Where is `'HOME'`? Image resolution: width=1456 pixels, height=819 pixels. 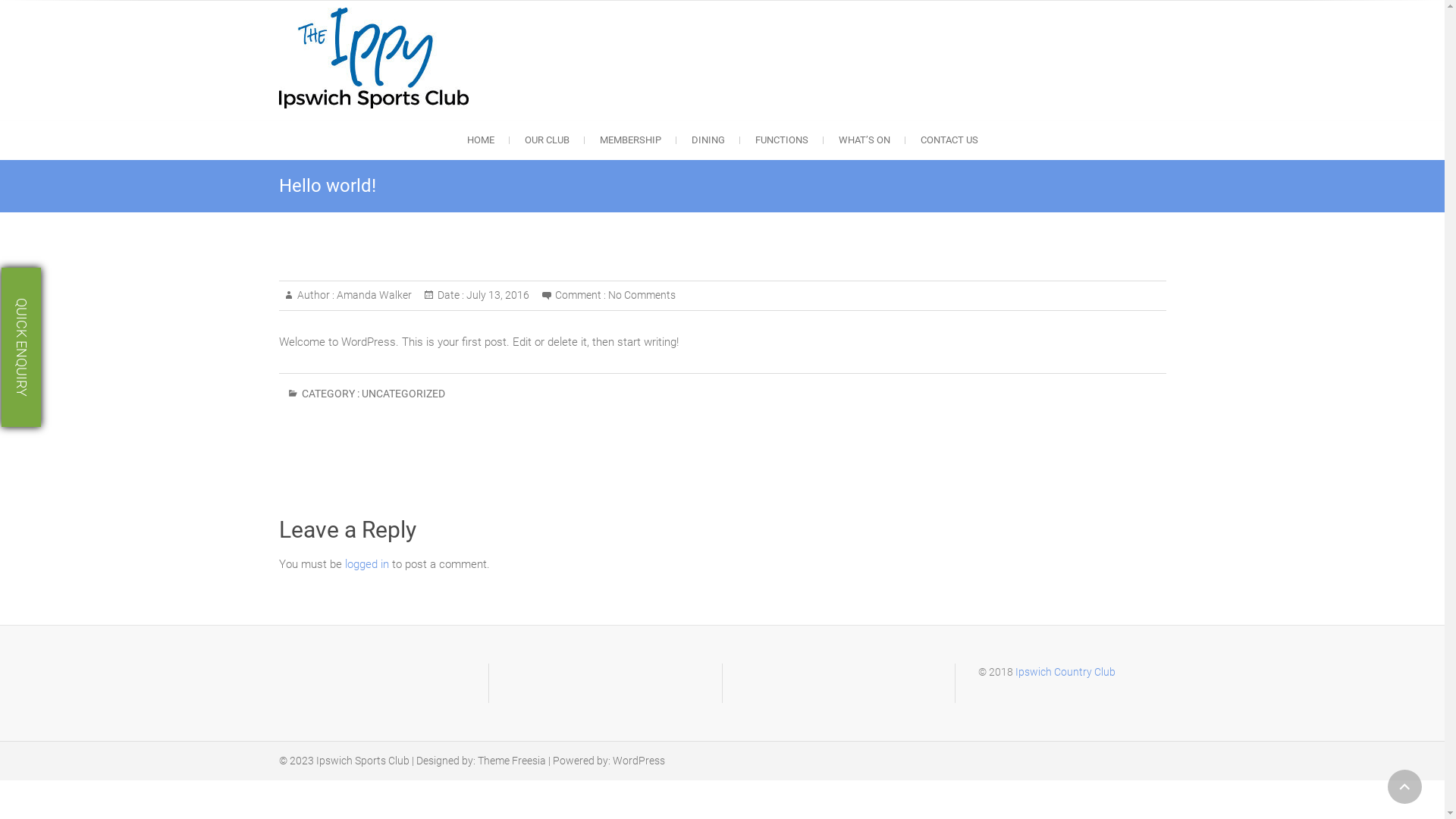 'HOME' is located at coordinates (479, 140).